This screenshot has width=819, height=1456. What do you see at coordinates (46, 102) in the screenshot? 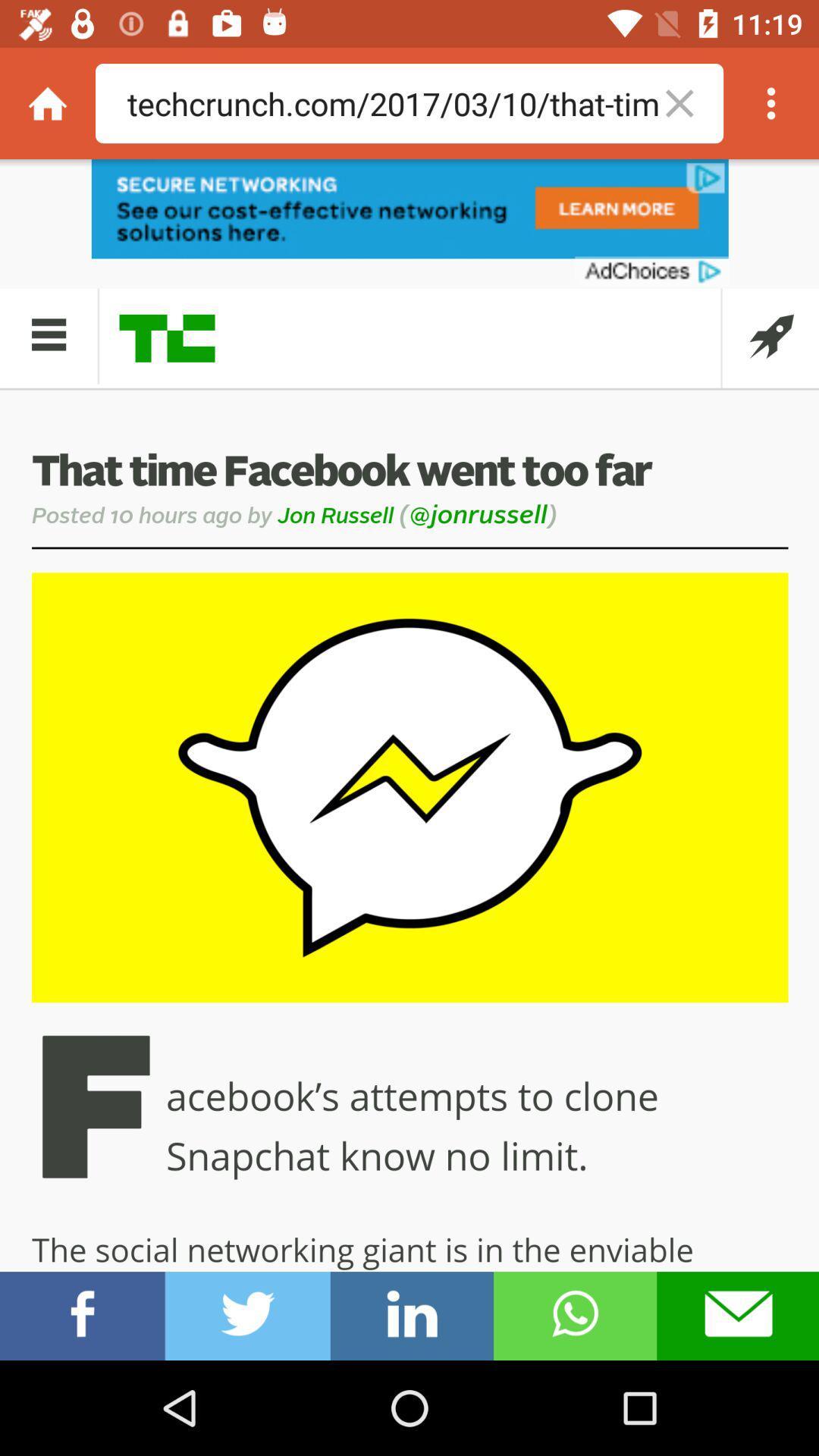
I see `homepage` at bounding box center [46, 102].